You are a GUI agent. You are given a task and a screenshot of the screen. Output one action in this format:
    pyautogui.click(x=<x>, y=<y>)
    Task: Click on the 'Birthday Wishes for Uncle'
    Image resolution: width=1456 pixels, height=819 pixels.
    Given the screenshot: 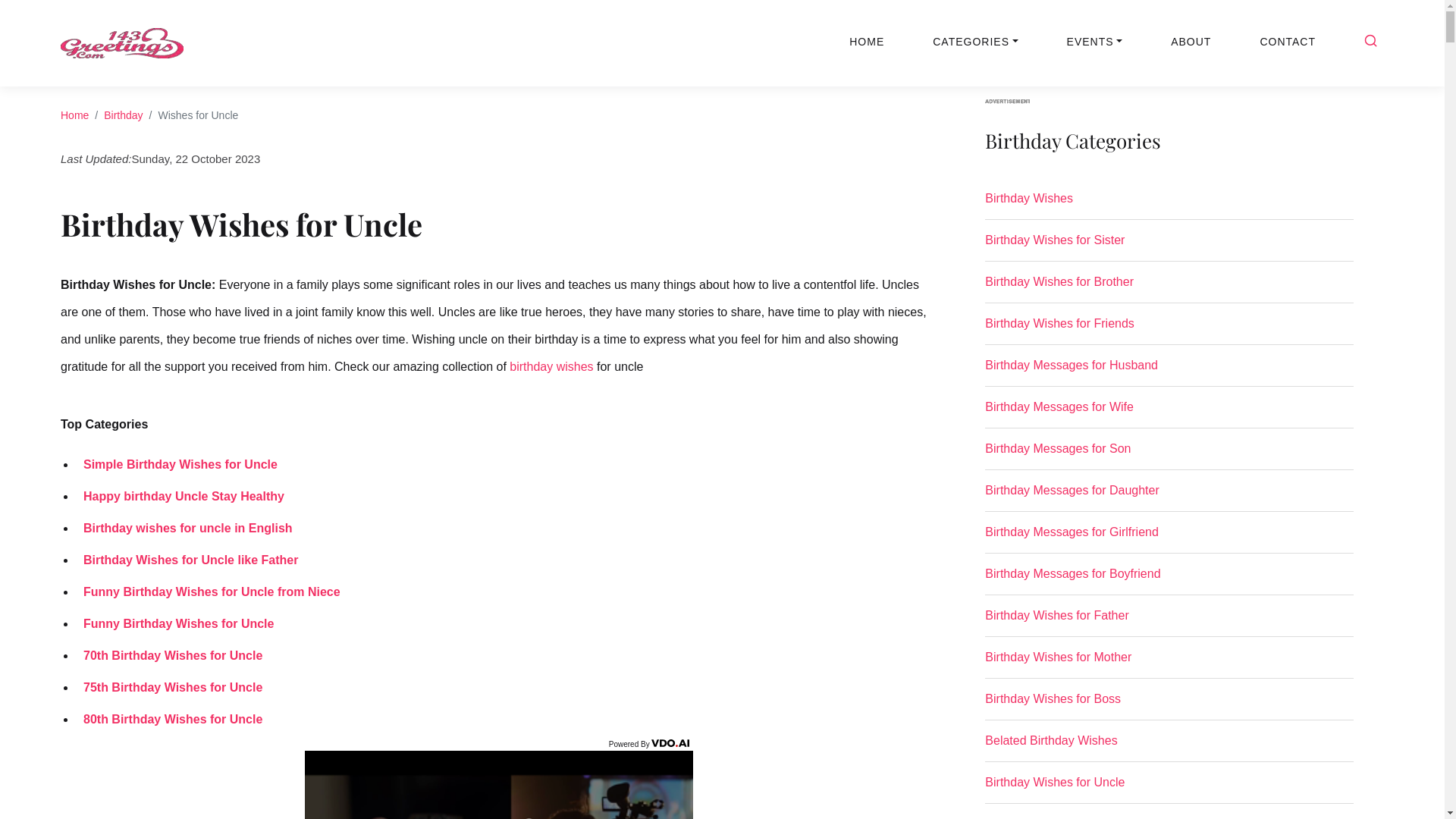 What is the action you would take?
    pyautogui.click(x=1168, y=788)
    